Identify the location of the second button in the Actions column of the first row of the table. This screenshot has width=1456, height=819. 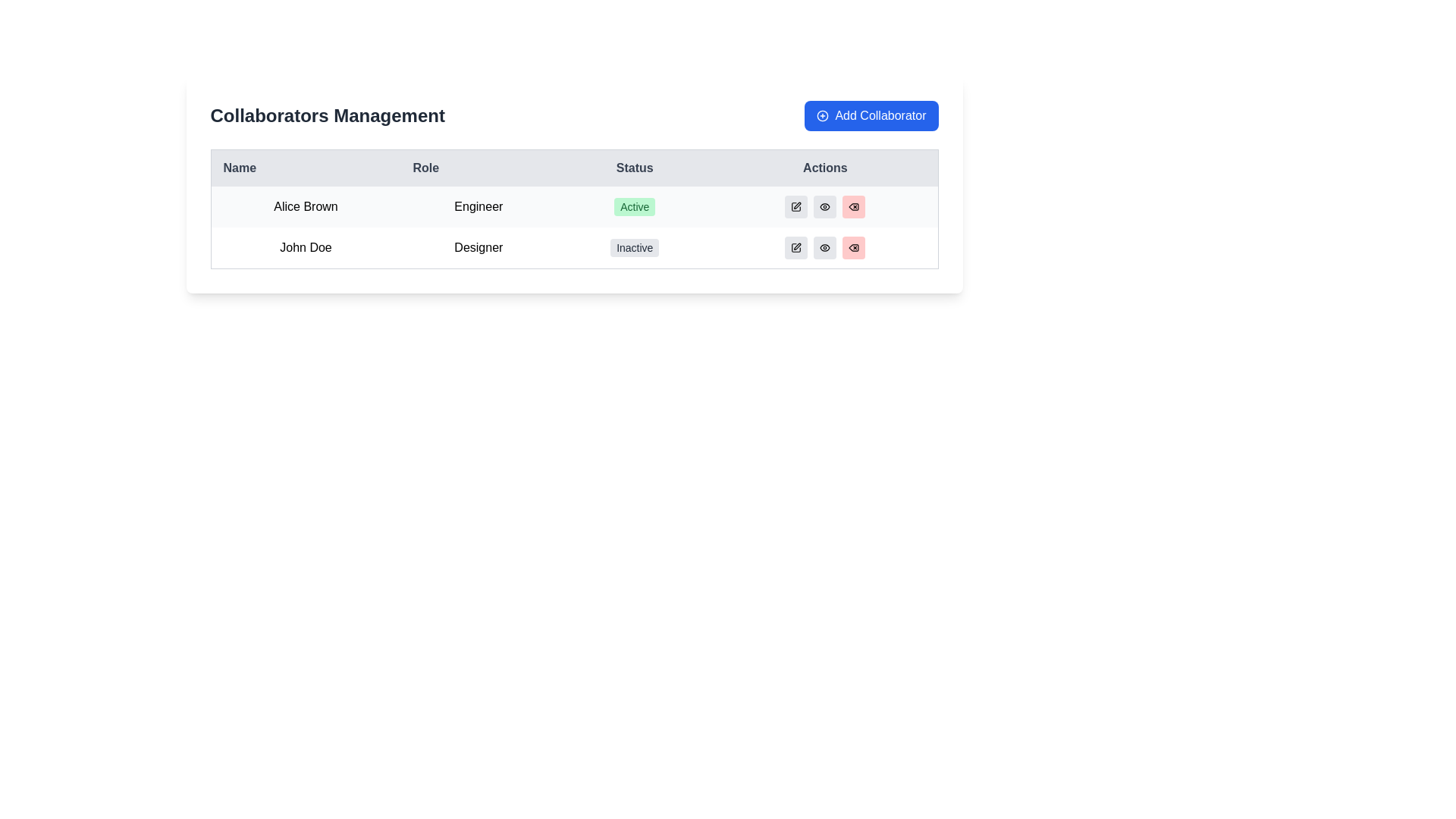
(824, 207).